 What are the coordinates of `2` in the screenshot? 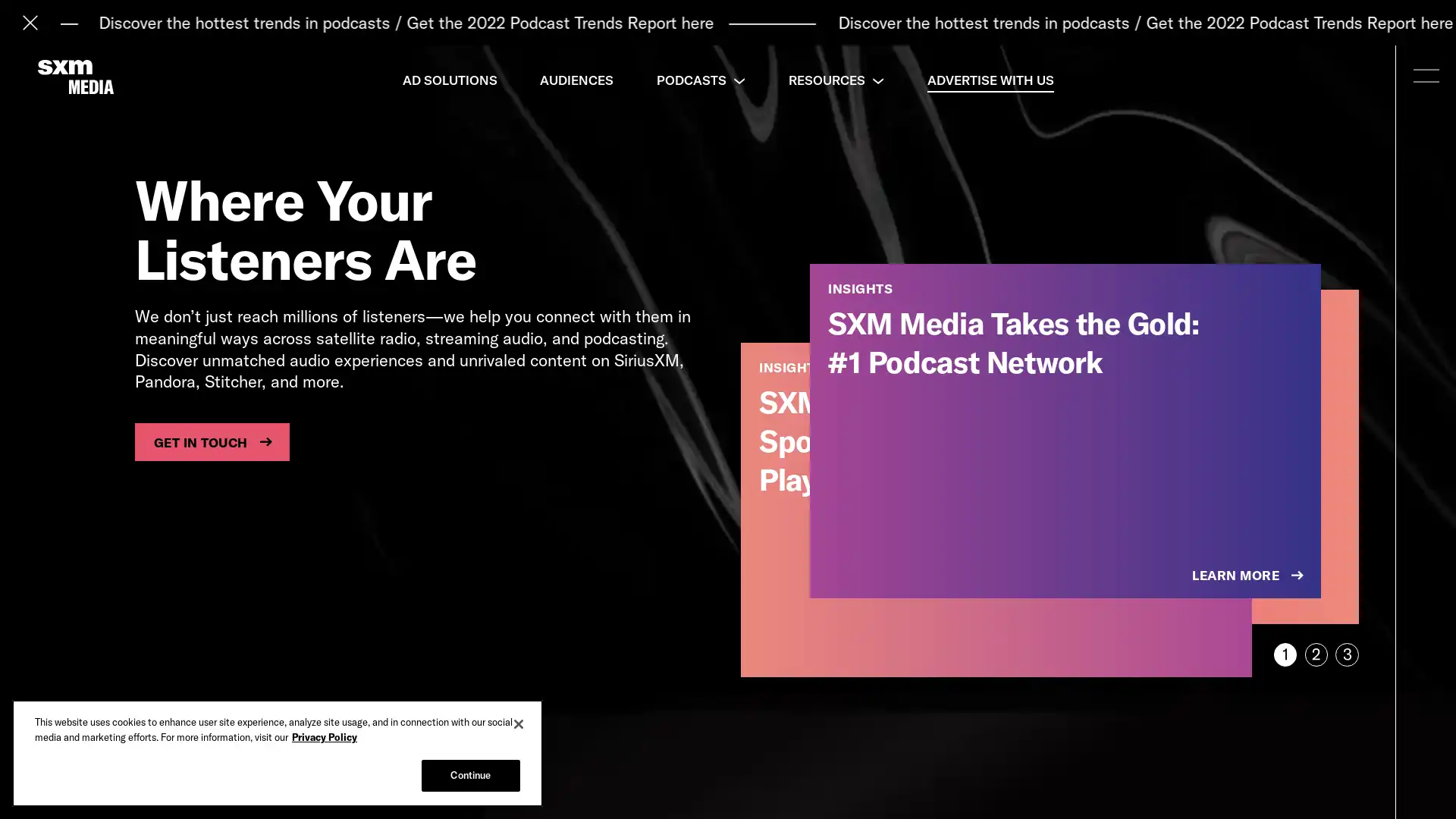 It's located at (1315, 654).